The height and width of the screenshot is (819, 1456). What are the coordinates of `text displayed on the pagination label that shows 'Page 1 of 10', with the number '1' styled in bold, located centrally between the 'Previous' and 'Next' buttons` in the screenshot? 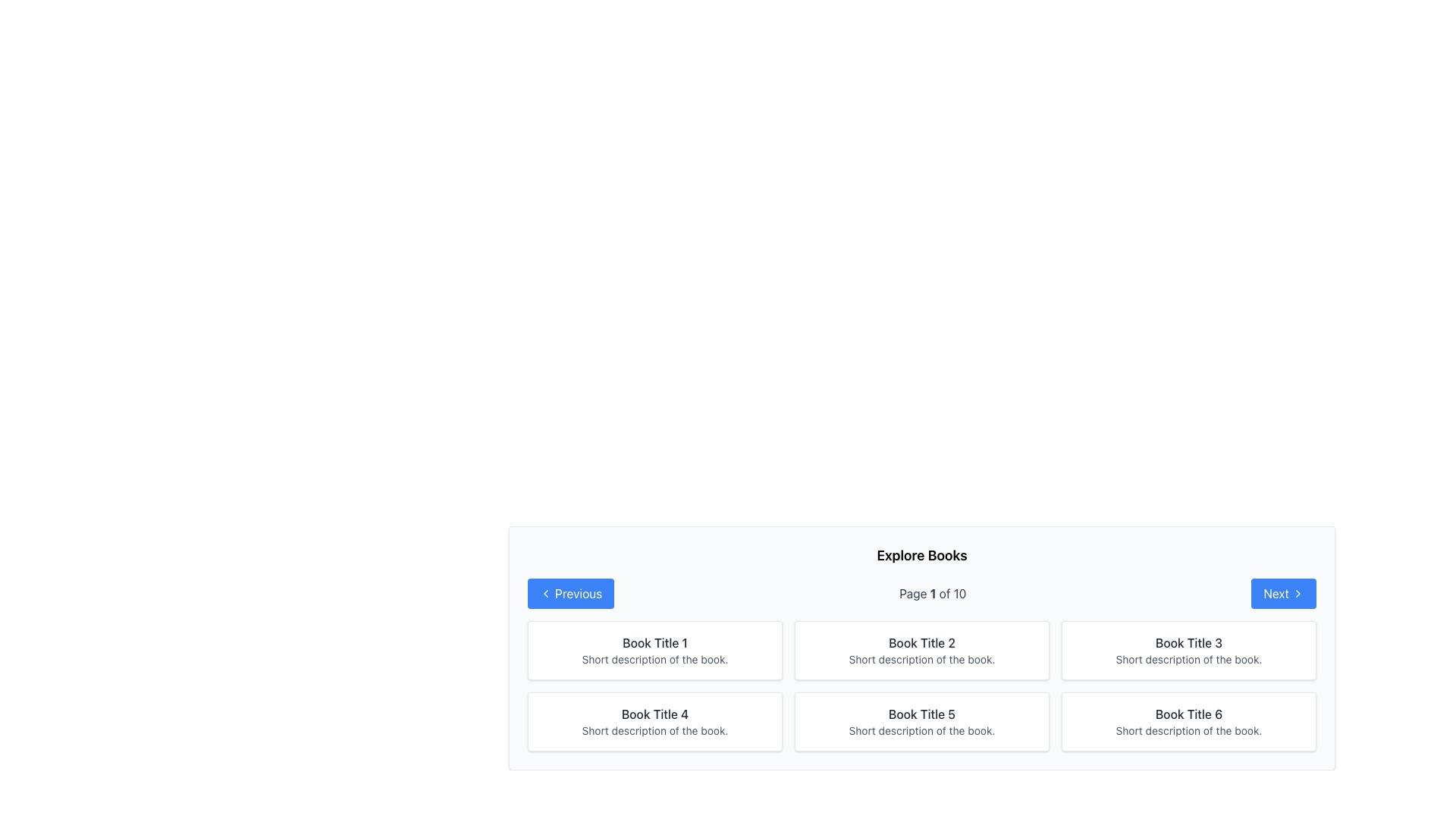 It's located at (932, 593).